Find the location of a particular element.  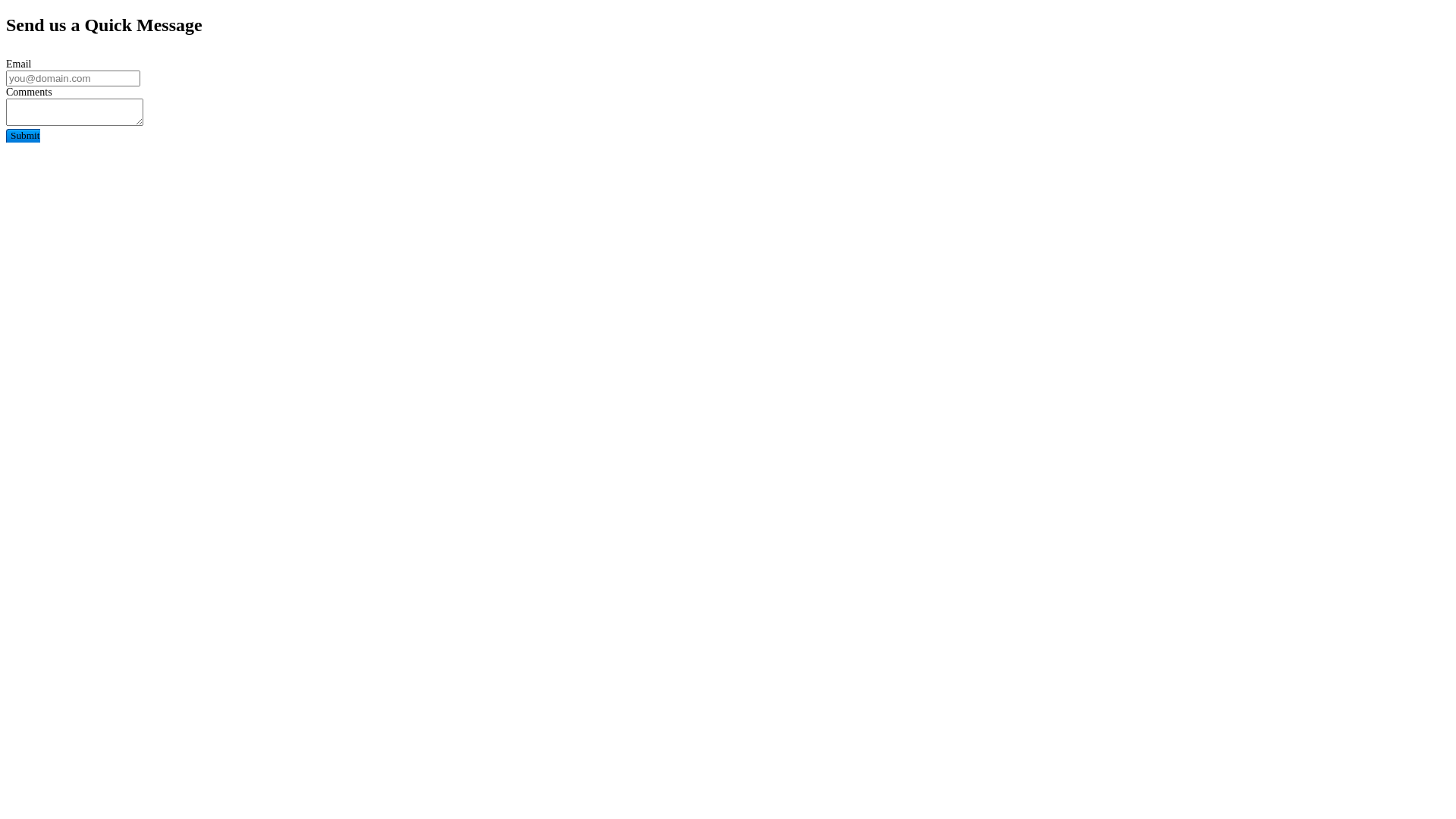

'Submit' is located at coordinates (23, 134).